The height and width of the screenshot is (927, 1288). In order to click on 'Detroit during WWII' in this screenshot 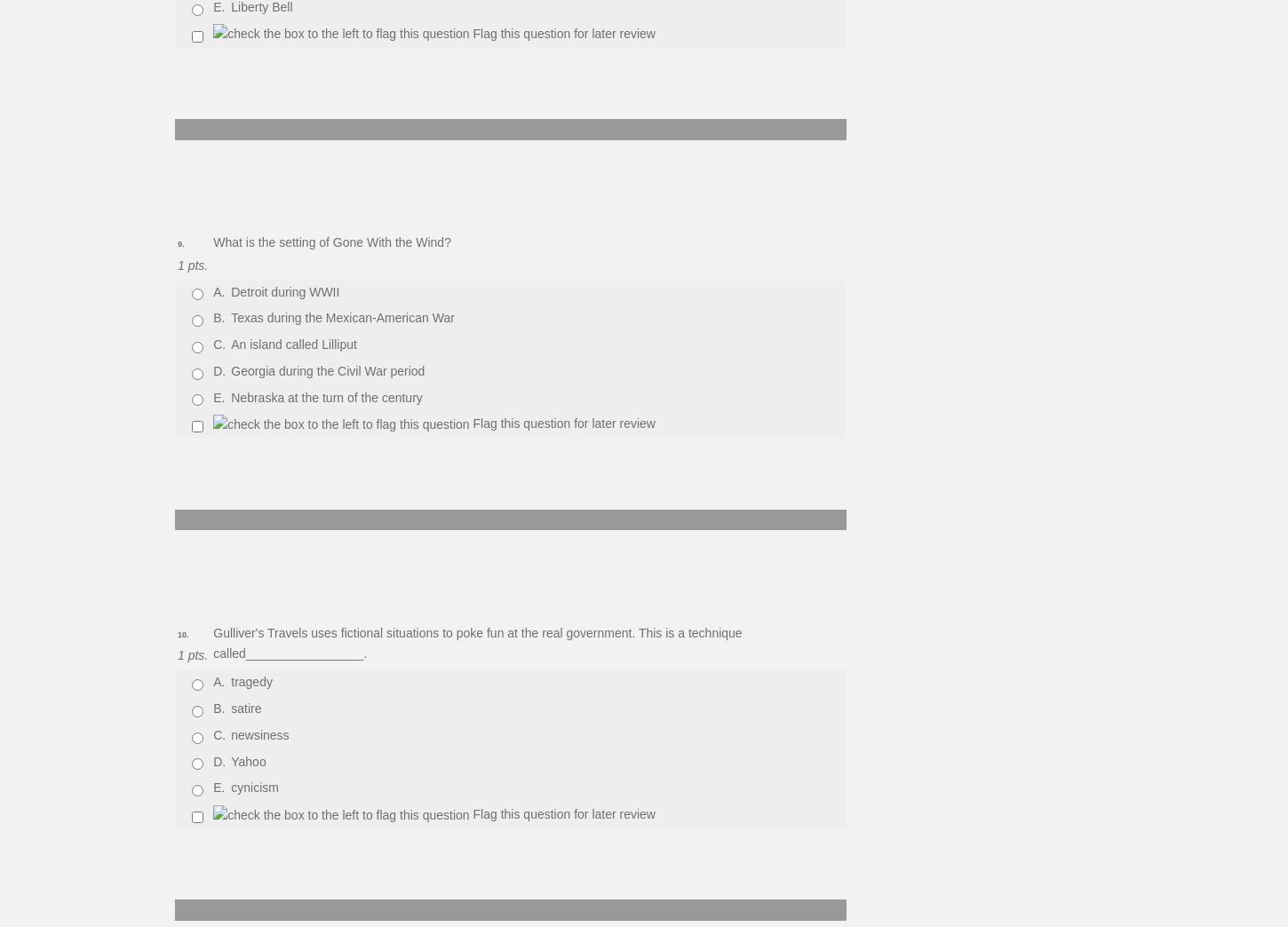, I will do `click(285, 291)`.